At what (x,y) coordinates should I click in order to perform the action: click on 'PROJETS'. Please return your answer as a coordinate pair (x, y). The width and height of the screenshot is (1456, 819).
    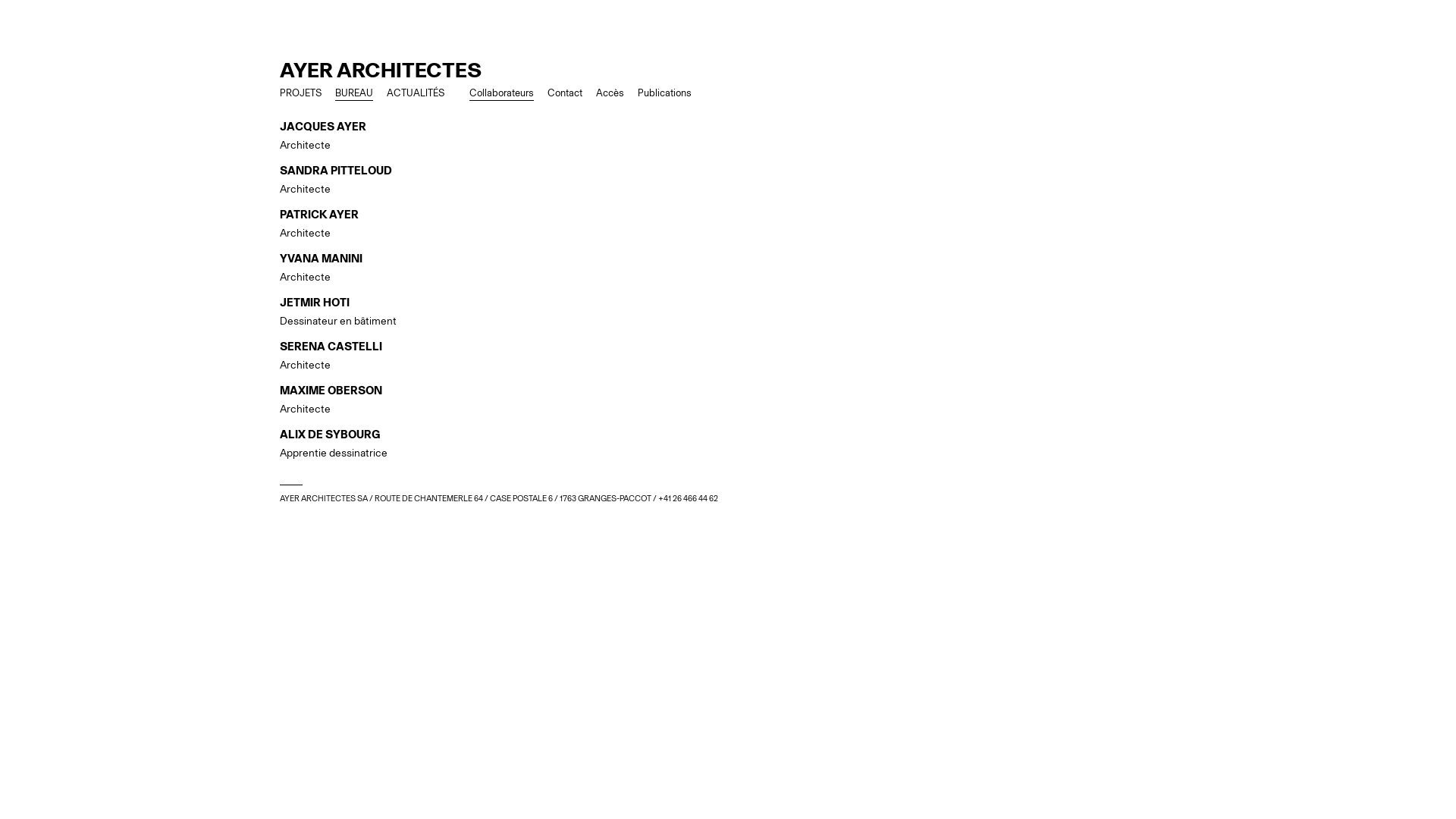
    Looking at the image, I should click on (300, 93).